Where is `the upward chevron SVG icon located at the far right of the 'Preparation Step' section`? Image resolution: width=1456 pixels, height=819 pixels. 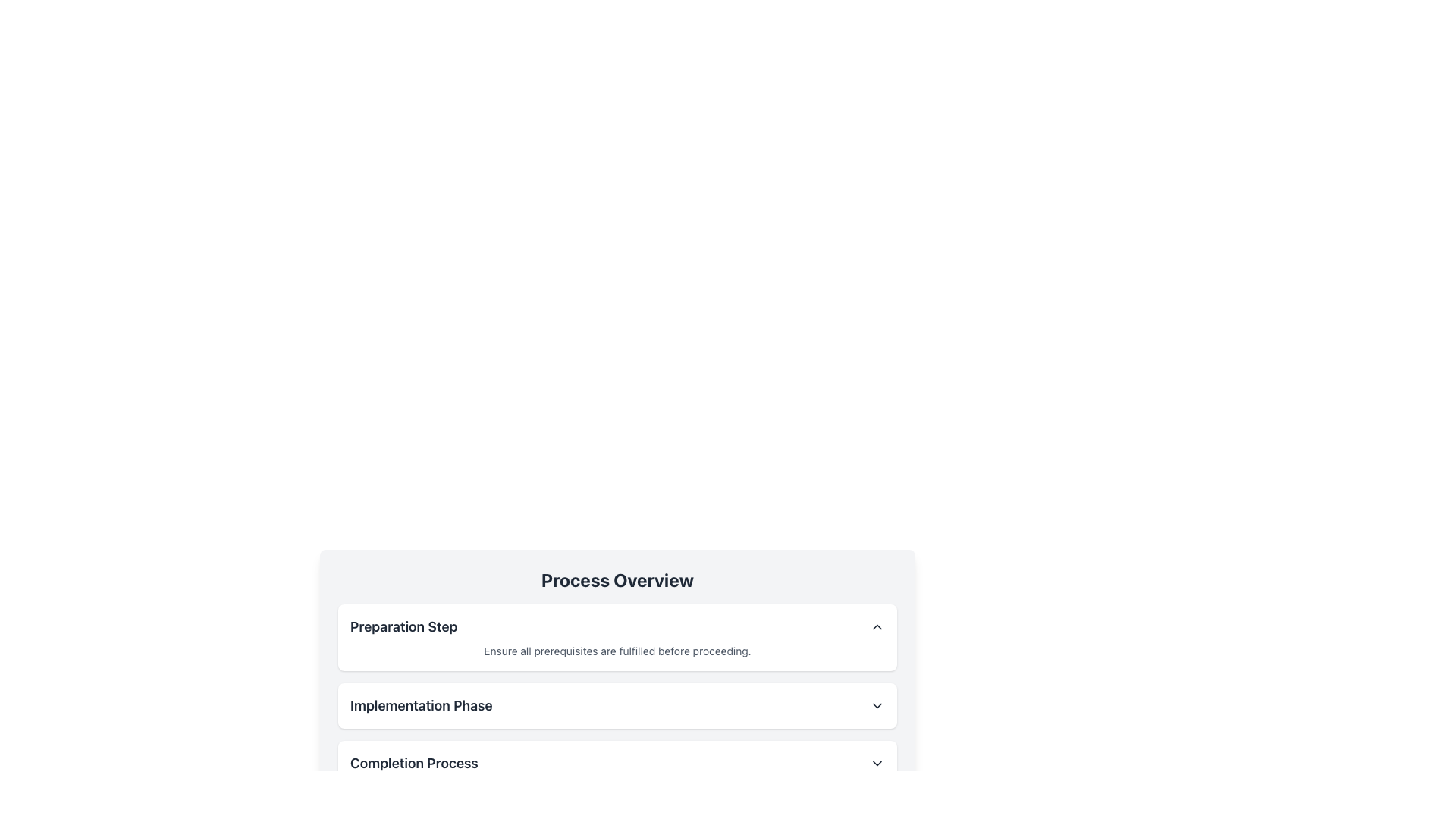 the upward chevron SVG icon located at the far right of the 'Preparation Step' section is located at coordinates (877, 626).